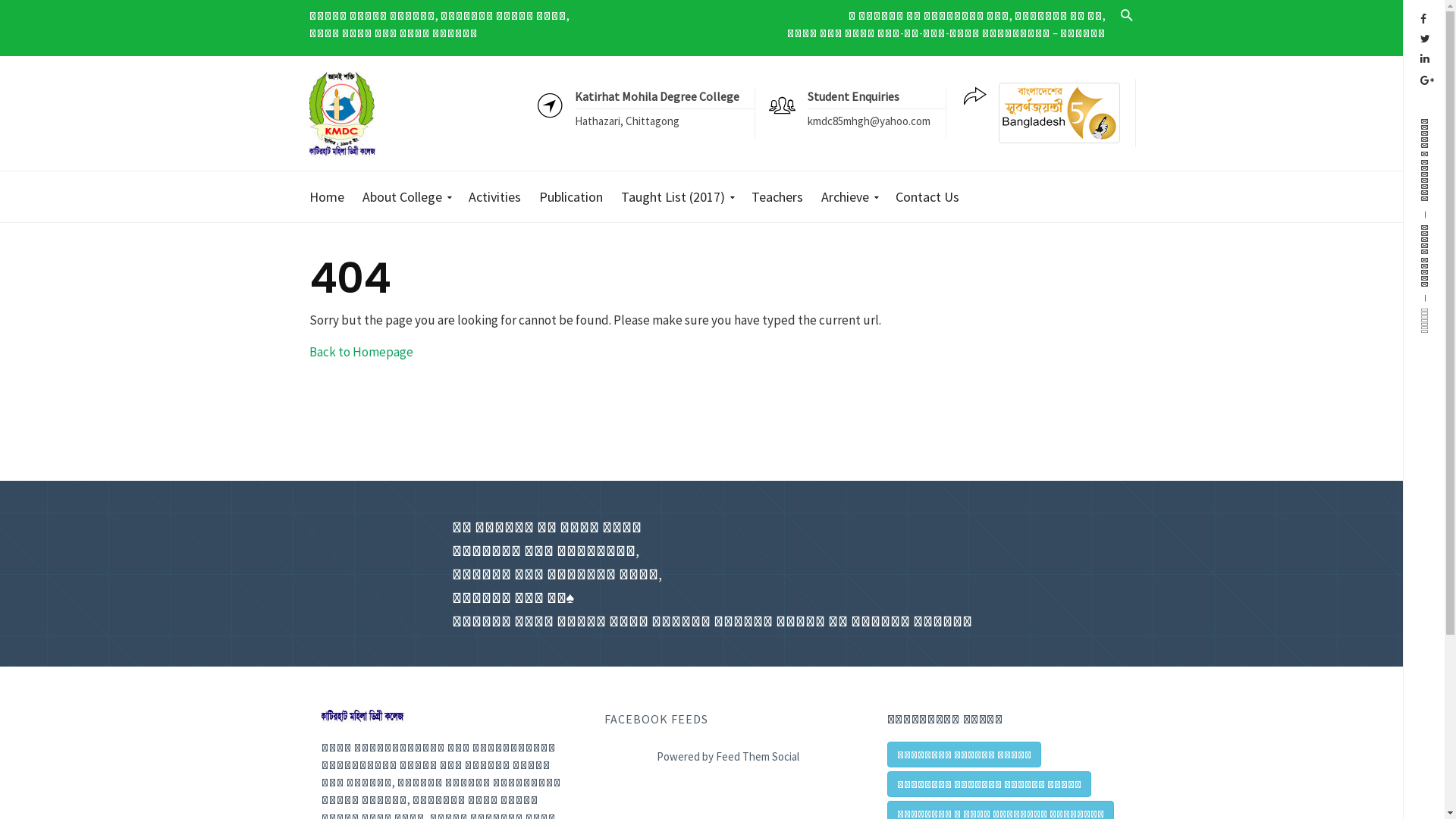 This screenshot has height=819, width=1456. I want to click on 'Publication', so click(570, 196).